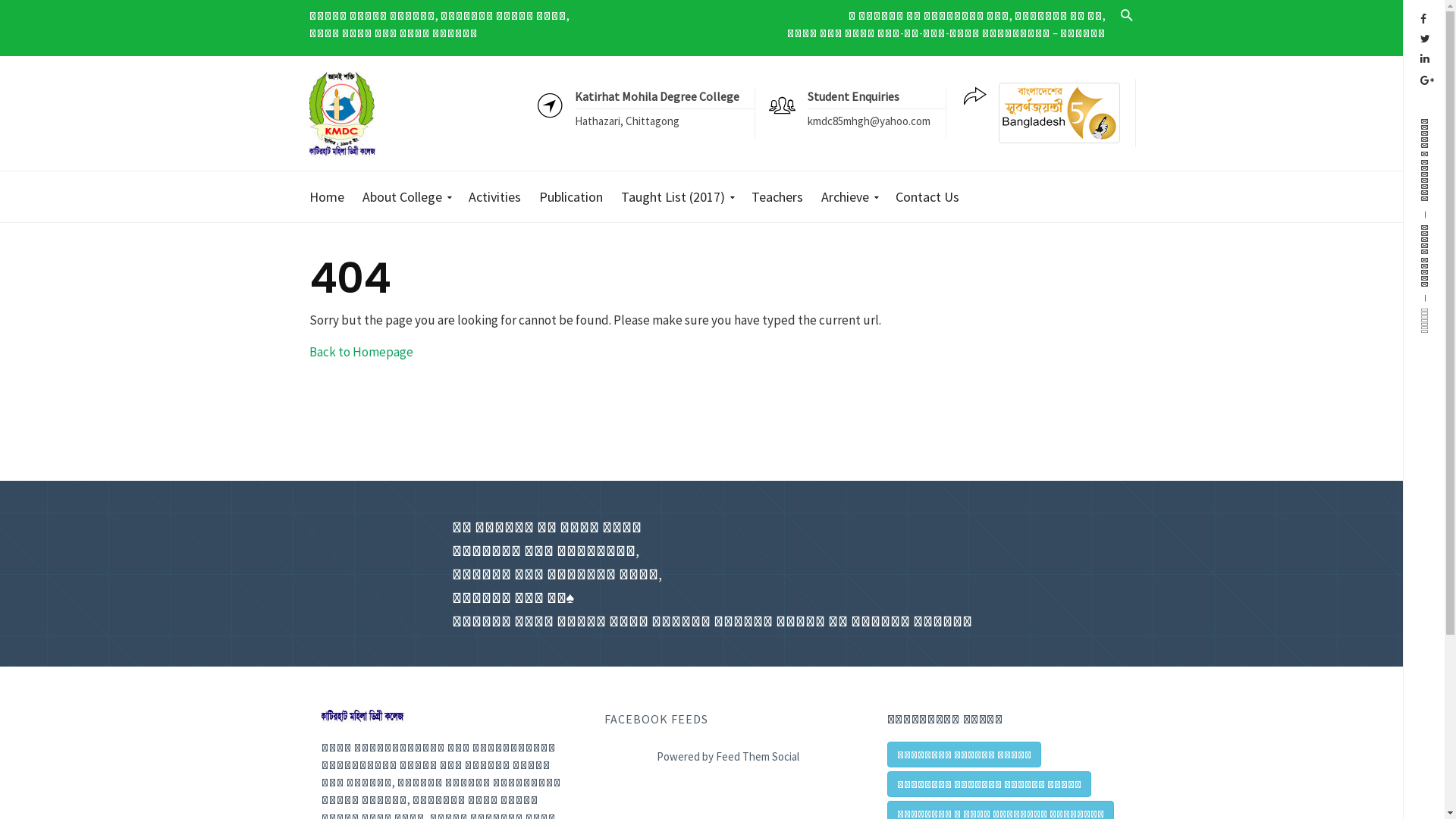 This screenshot has height=819, width=1456. I want to click on 'Publication', so click(570, 196).